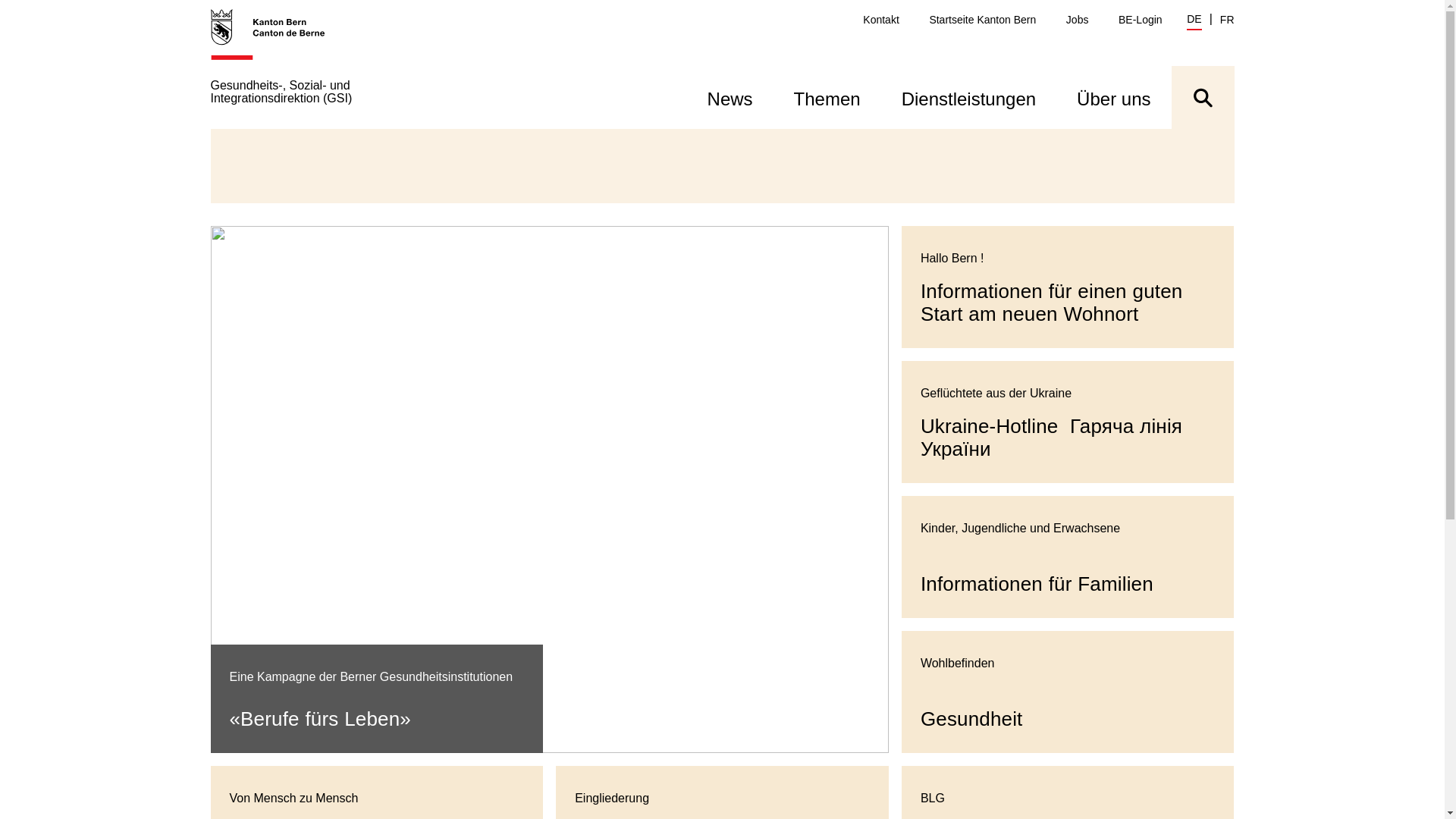 The width and height of the screenshot is (1456, 819). I want to click on 'Kontakt', so click(862, 20).